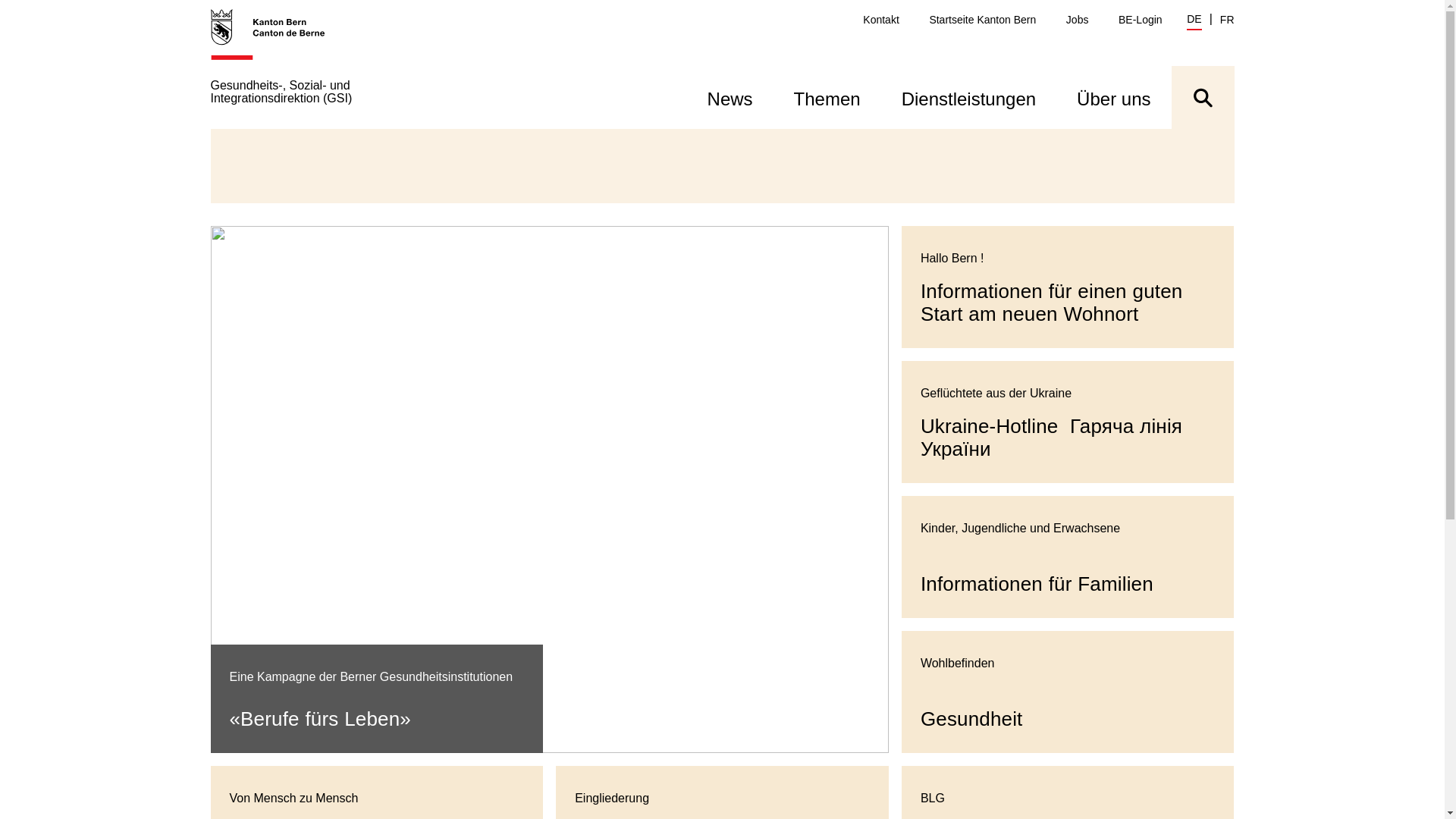 The width and height of the screenshot is (1456, 819). I want to click on 'Kontakt', so click(862, 20).